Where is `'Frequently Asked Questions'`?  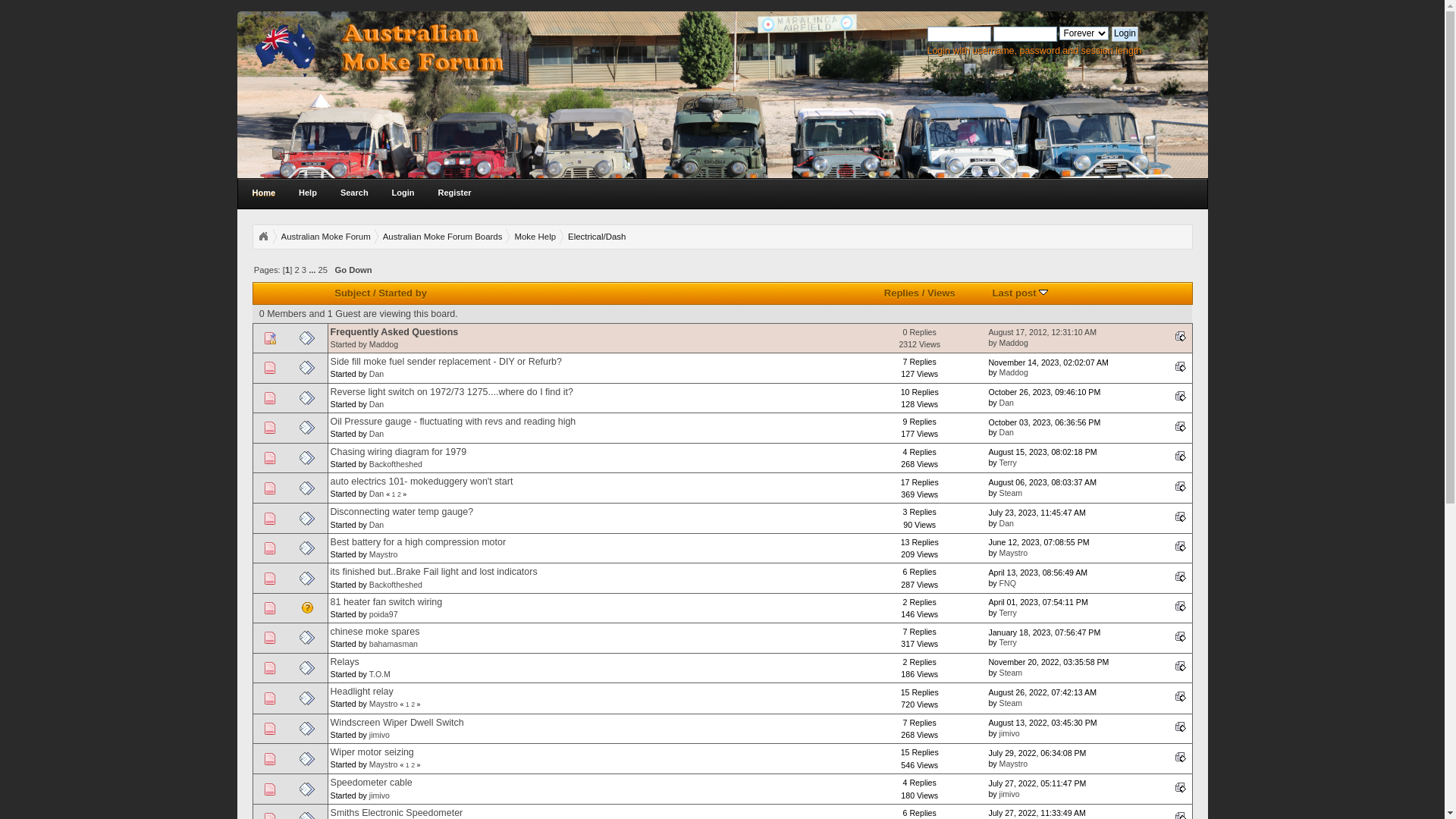 'Frequently Asked Questions' is located at coordinates (330, 331).